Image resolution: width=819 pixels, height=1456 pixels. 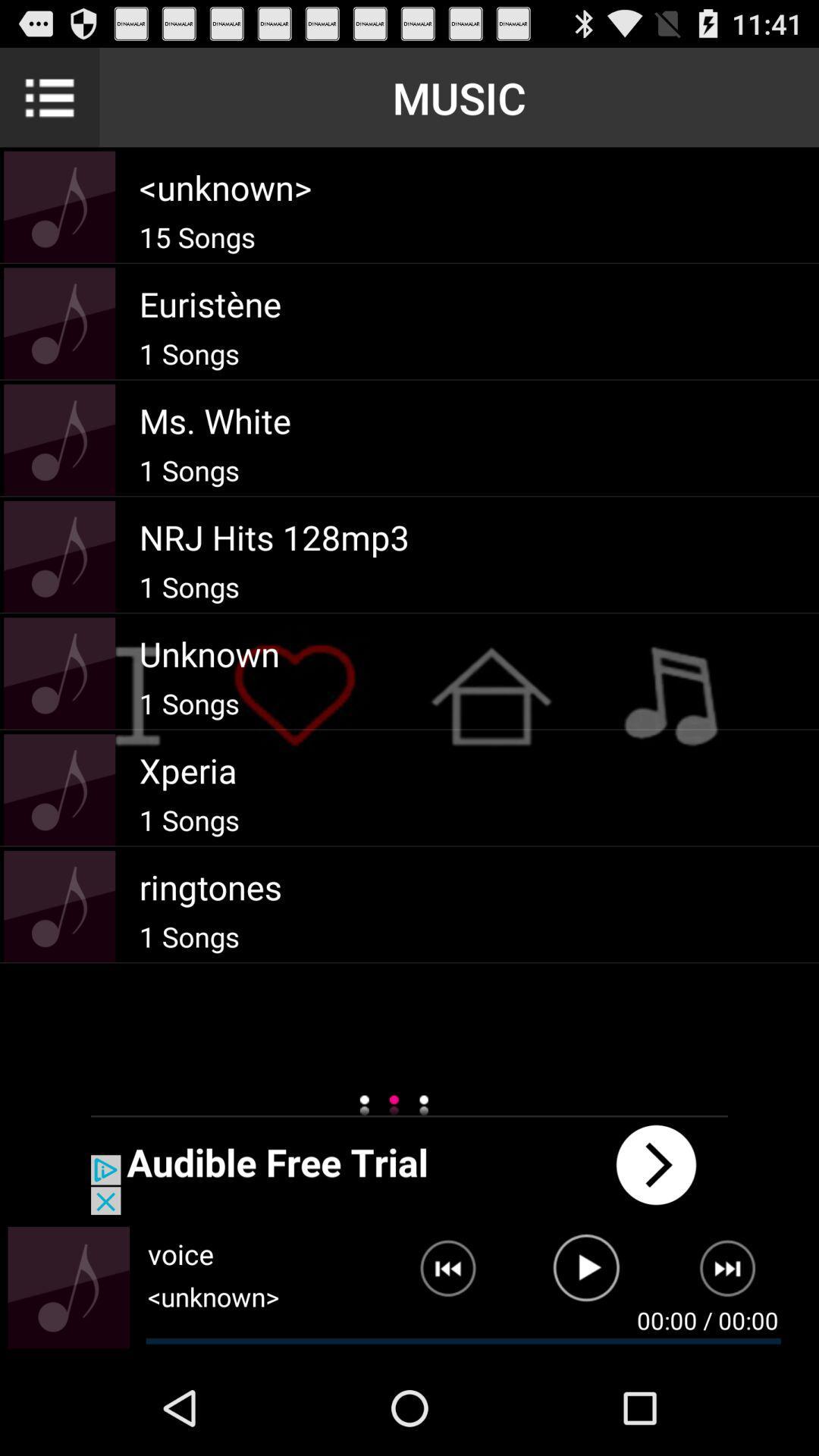 I want to click on advertisement page, so click(x=409, y=1164).